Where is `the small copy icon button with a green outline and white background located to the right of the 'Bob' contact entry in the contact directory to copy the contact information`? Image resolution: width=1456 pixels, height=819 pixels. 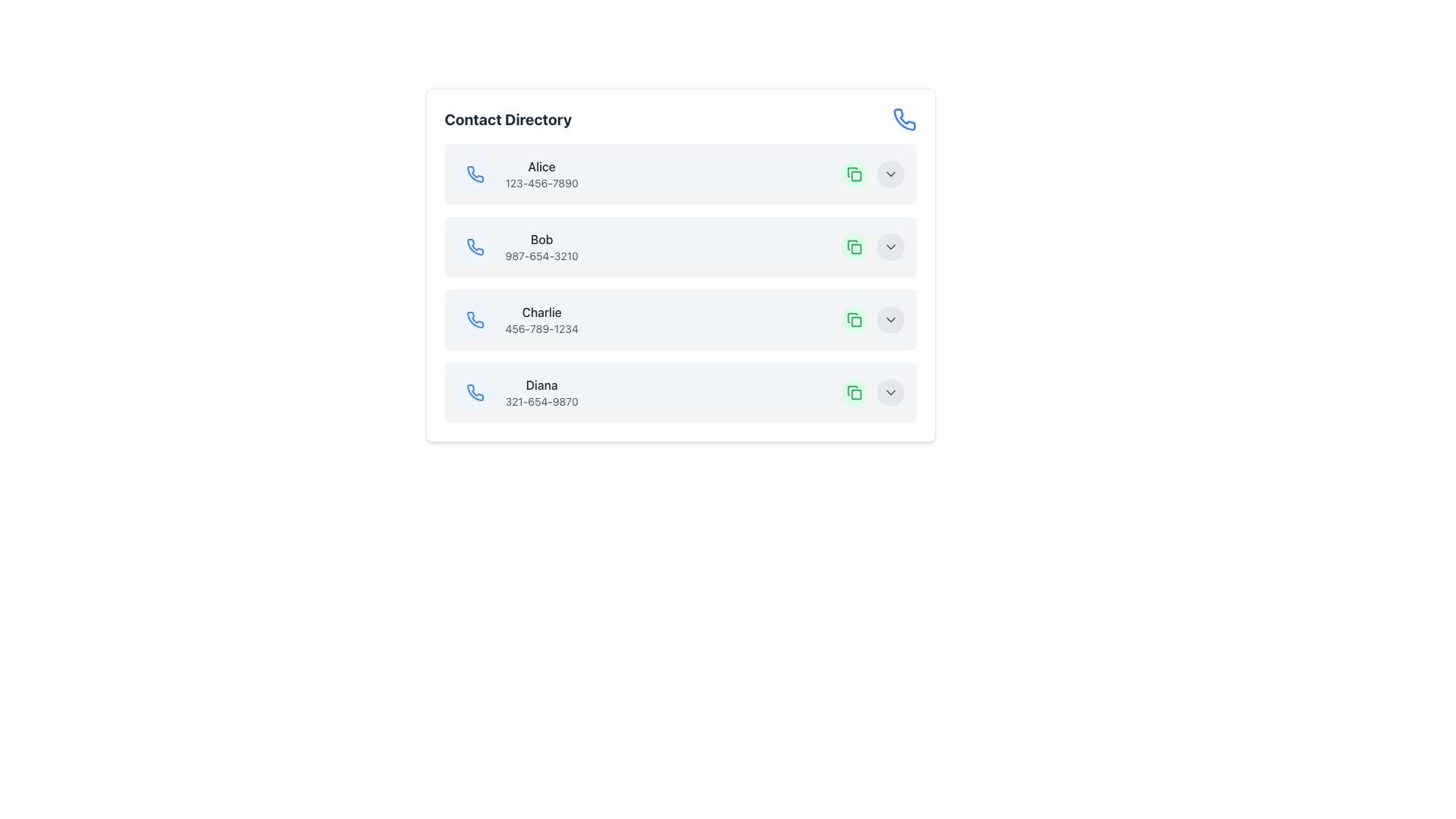 the small copy icon button with a green outline and white background located to the right of the 'Bob' contact entry in the contact directory to copy the contact information is located at coordinates (854, 246).